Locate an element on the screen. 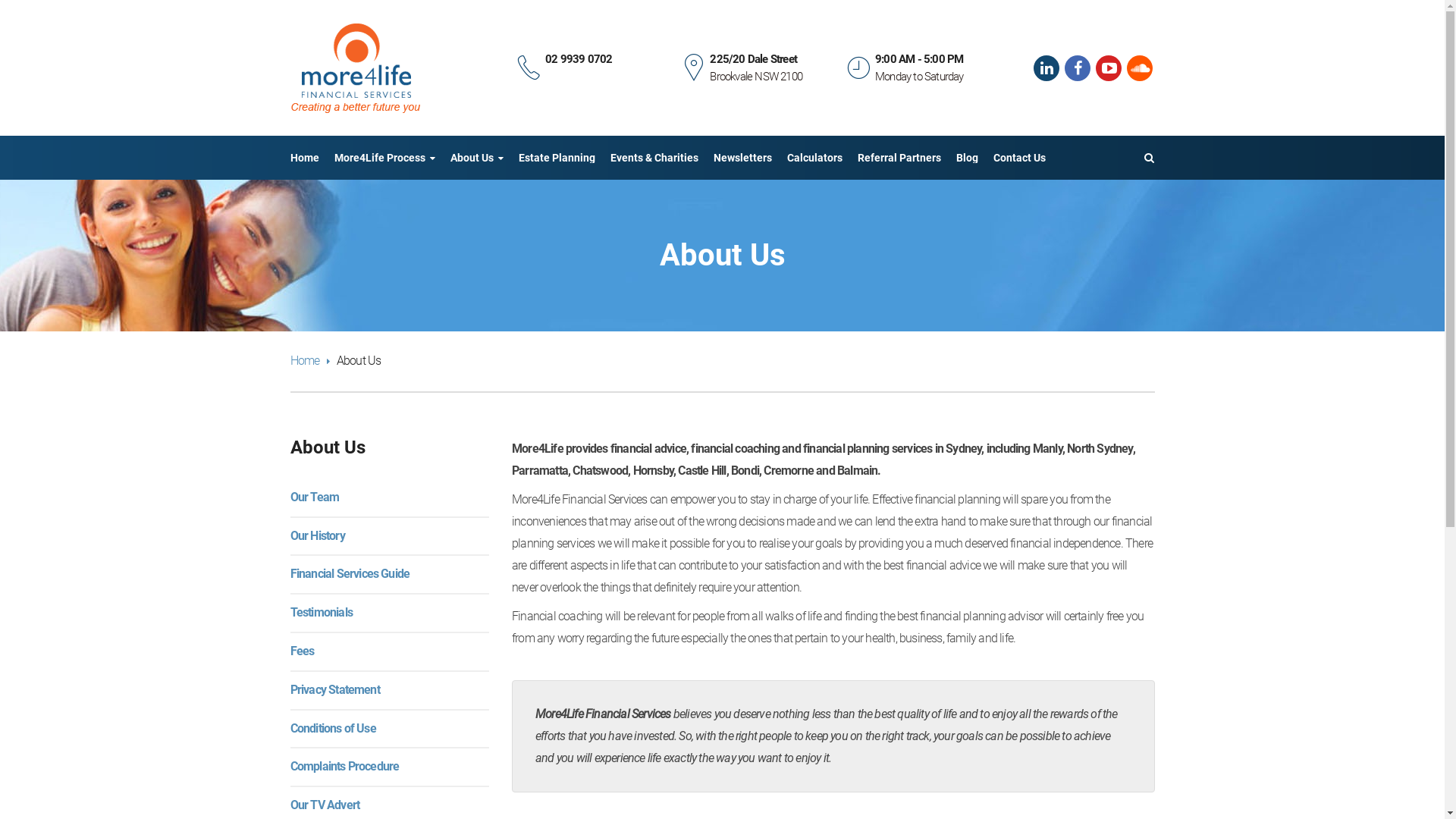  'Referral Partners' is located at coordinates (899, 158).